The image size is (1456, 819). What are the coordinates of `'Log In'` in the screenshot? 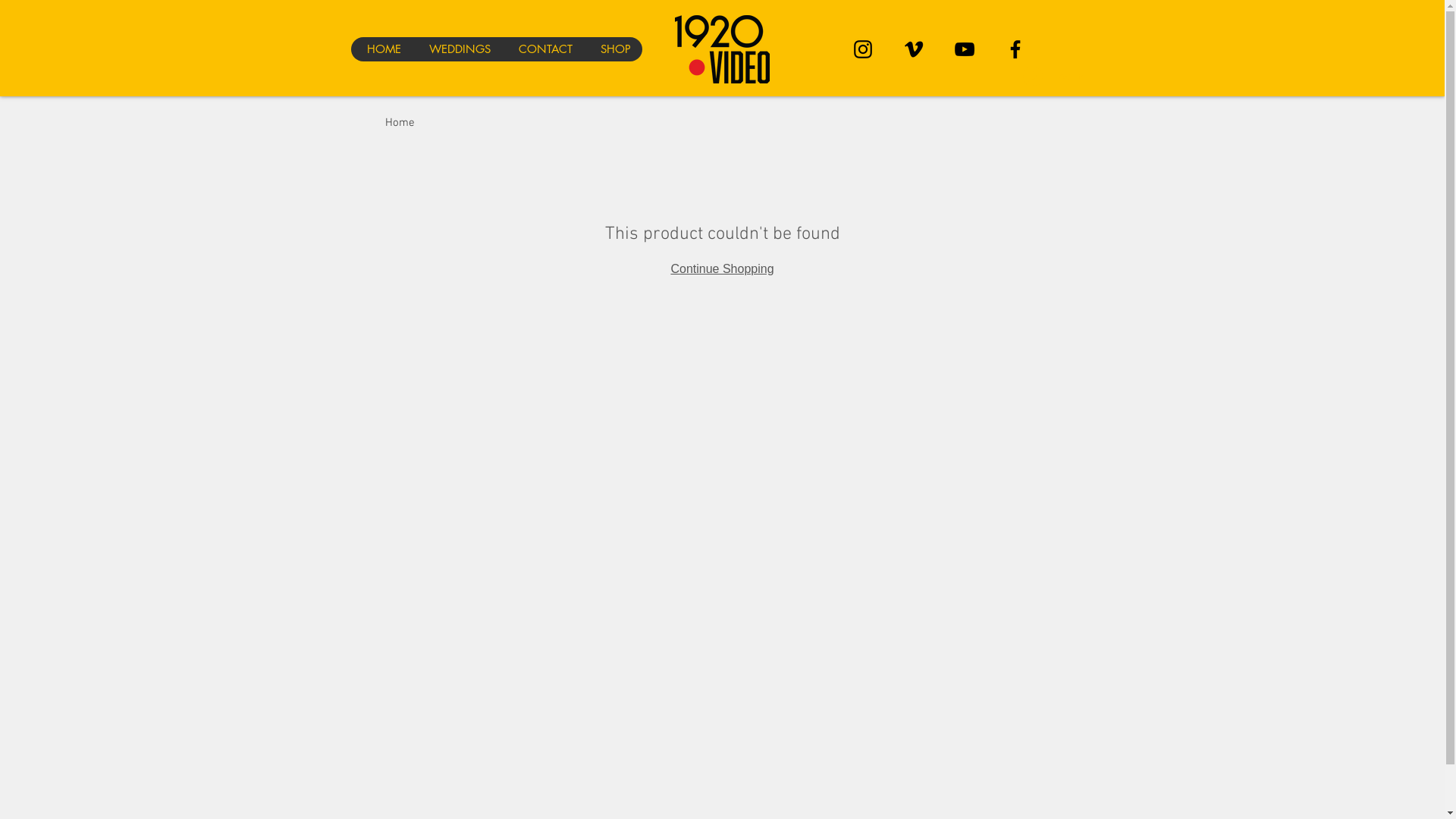 It's located at (1051, 76).